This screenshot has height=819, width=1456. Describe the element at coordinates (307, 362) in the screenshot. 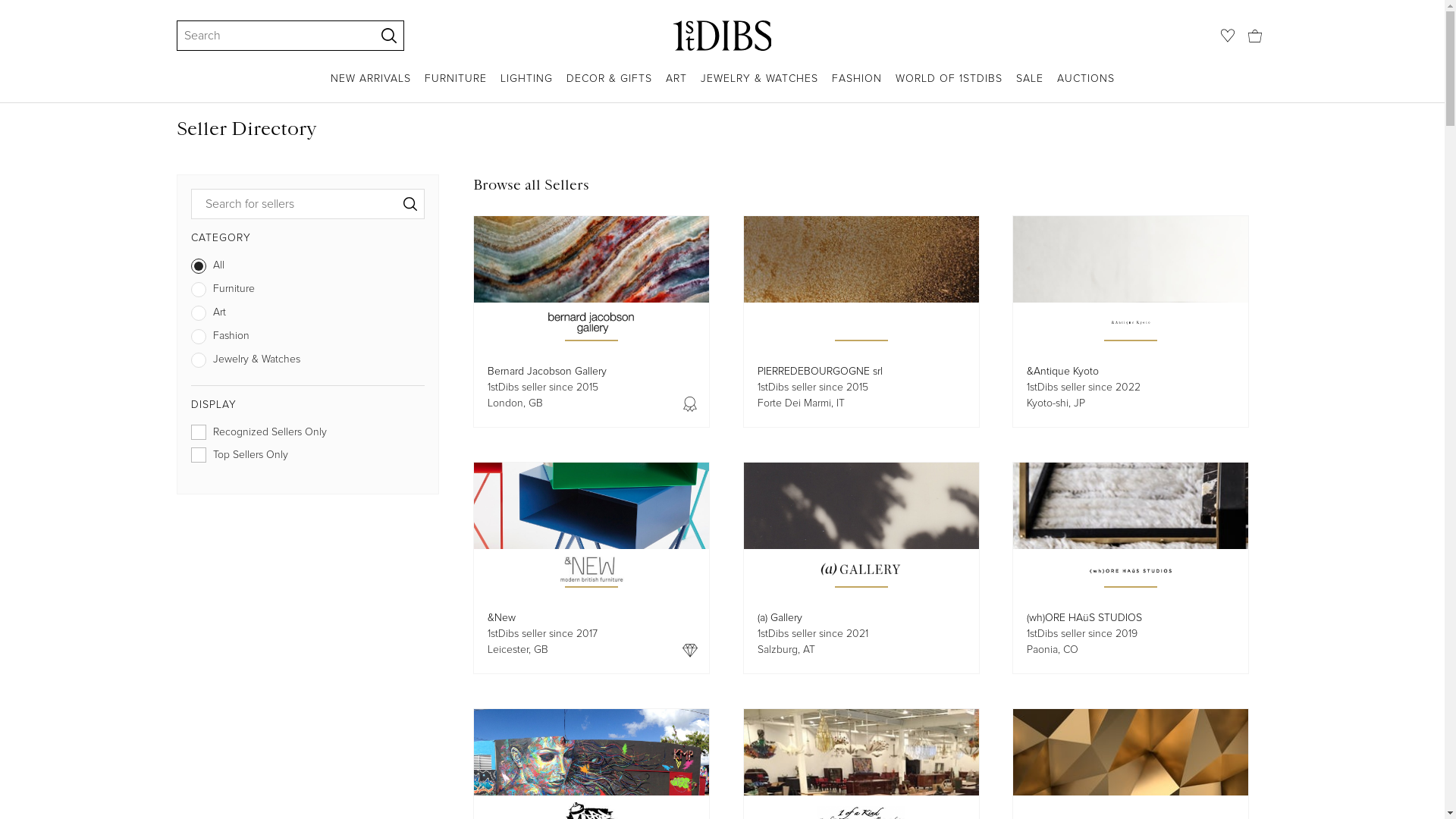

I see `'Jewelry & Watches'` at that location.